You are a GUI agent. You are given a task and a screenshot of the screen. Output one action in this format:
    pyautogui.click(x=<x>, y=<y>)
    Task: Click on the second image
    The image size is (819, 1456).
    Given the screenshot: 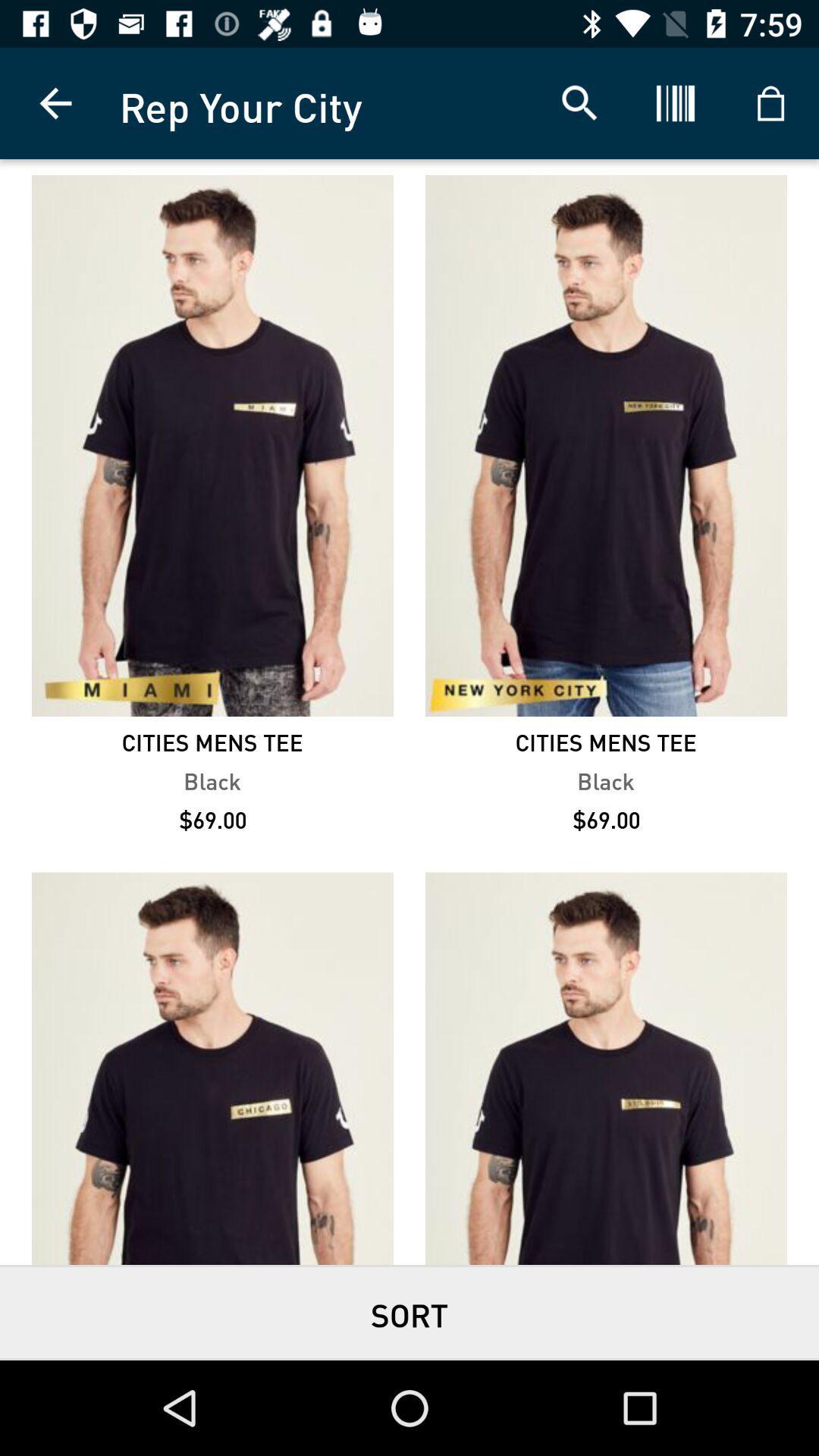 What is the action you would take?
    pyautogui.click(x=605, y=444)
    